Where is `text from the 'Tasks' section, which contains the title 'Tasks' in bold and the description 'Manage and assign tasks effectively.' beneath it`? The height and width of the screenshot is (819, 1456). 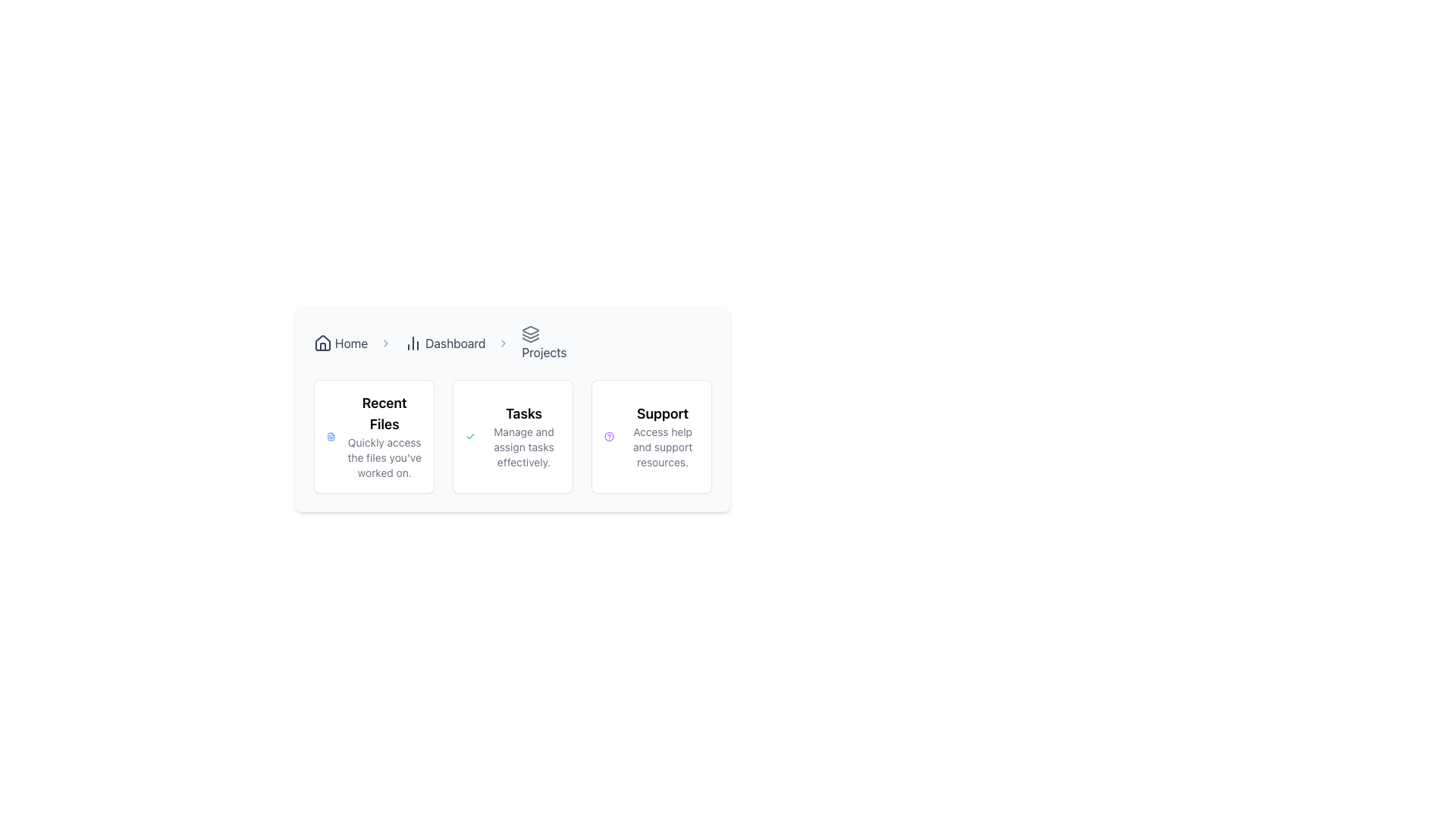
text from the 'Tasks' section, which contains the title 'Tasks' in bold and the description 'Manage and assign tasks effectively.' beneath it is located at coordinates (524, 436).